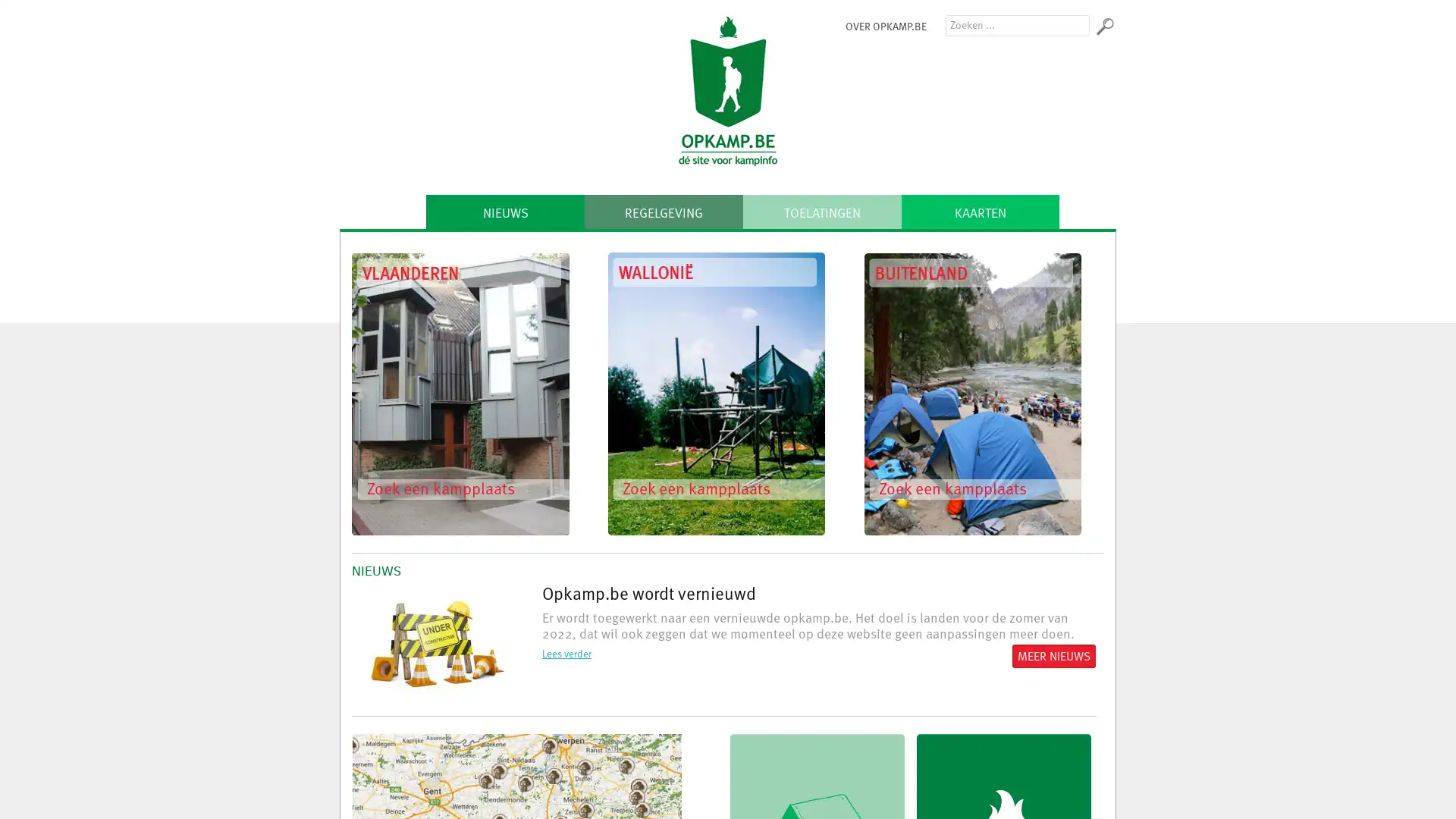 This screenshot has height=819, width=1456. Describe the element at coordinates (946, 36) in the screenshot. I see `Zoeken` at that location.